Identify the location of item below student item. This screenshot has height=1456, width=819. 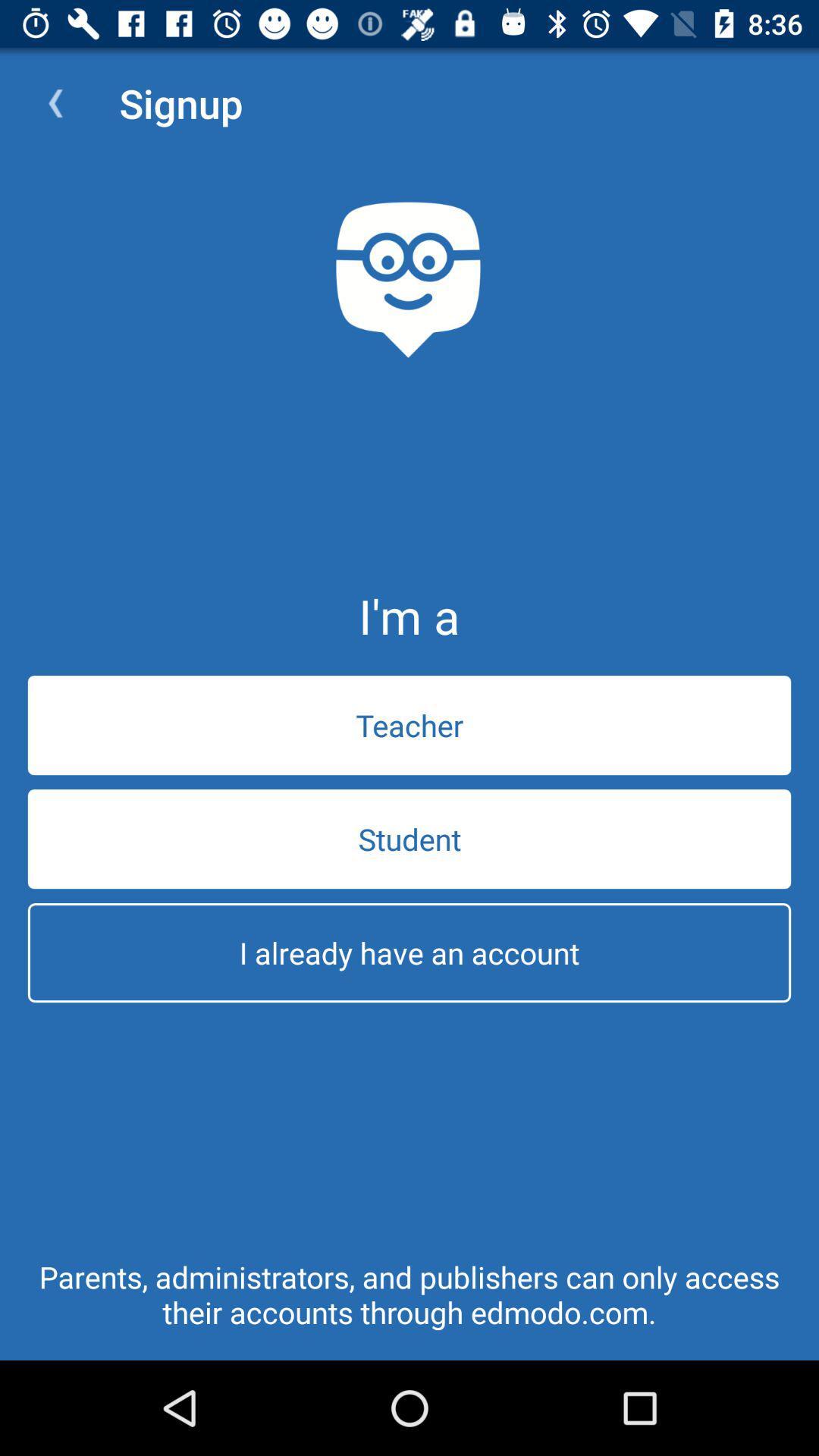
(409, 952).